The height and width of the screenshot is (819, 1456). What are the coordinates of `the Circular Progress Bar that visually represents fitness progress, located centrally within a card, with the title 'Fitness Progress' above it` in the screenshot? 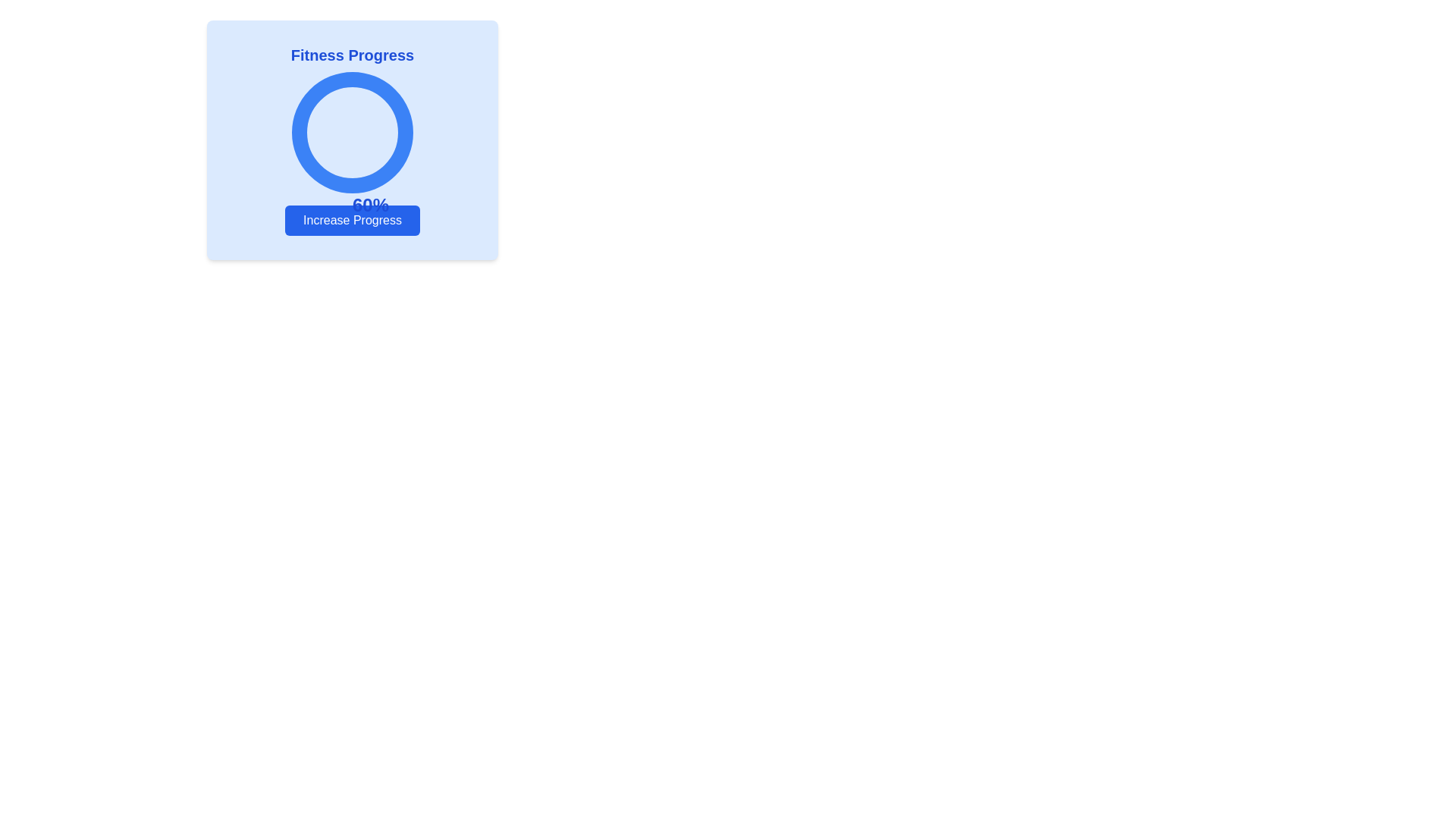 It's located at (352, 131).